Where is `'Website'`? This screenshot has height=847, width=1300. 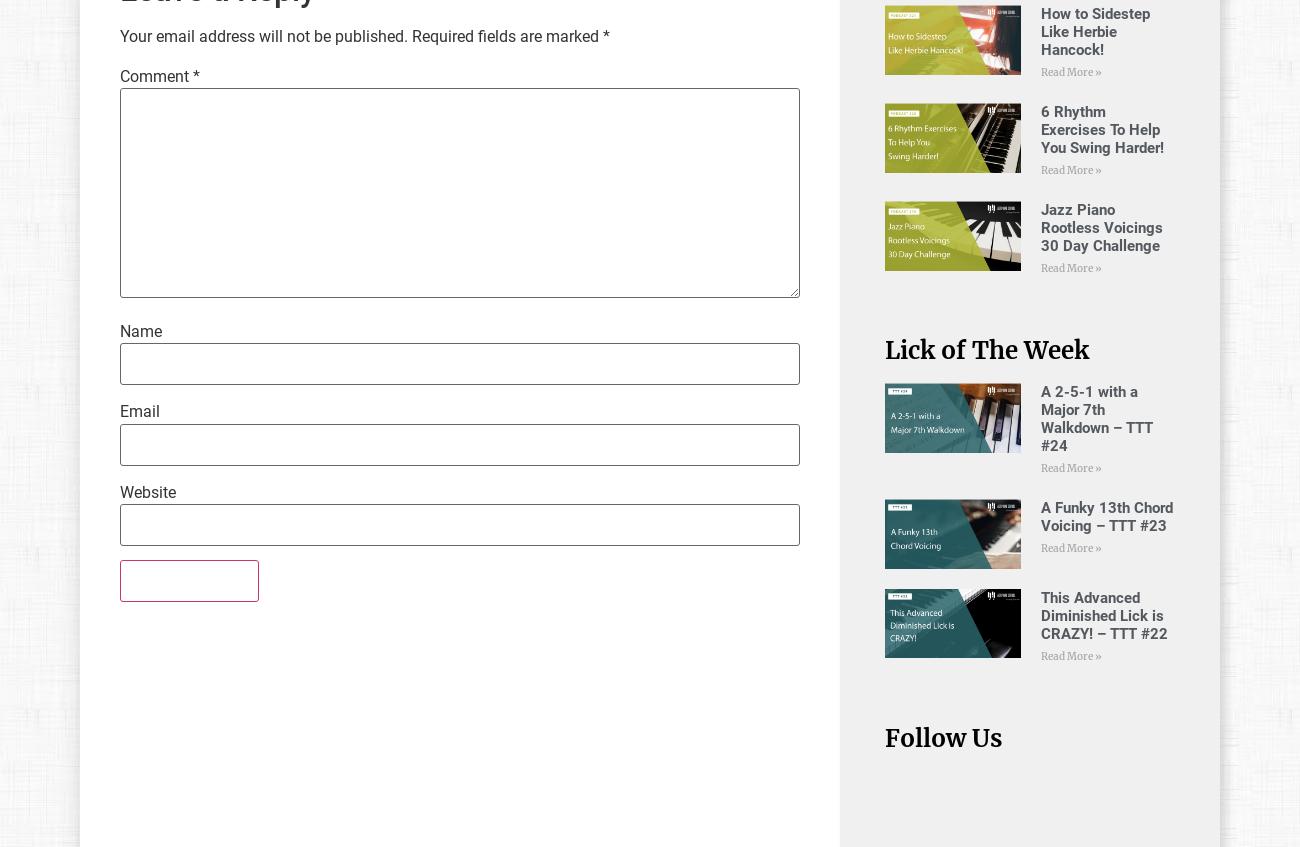
'Website' is located at coordinates (146, 490).